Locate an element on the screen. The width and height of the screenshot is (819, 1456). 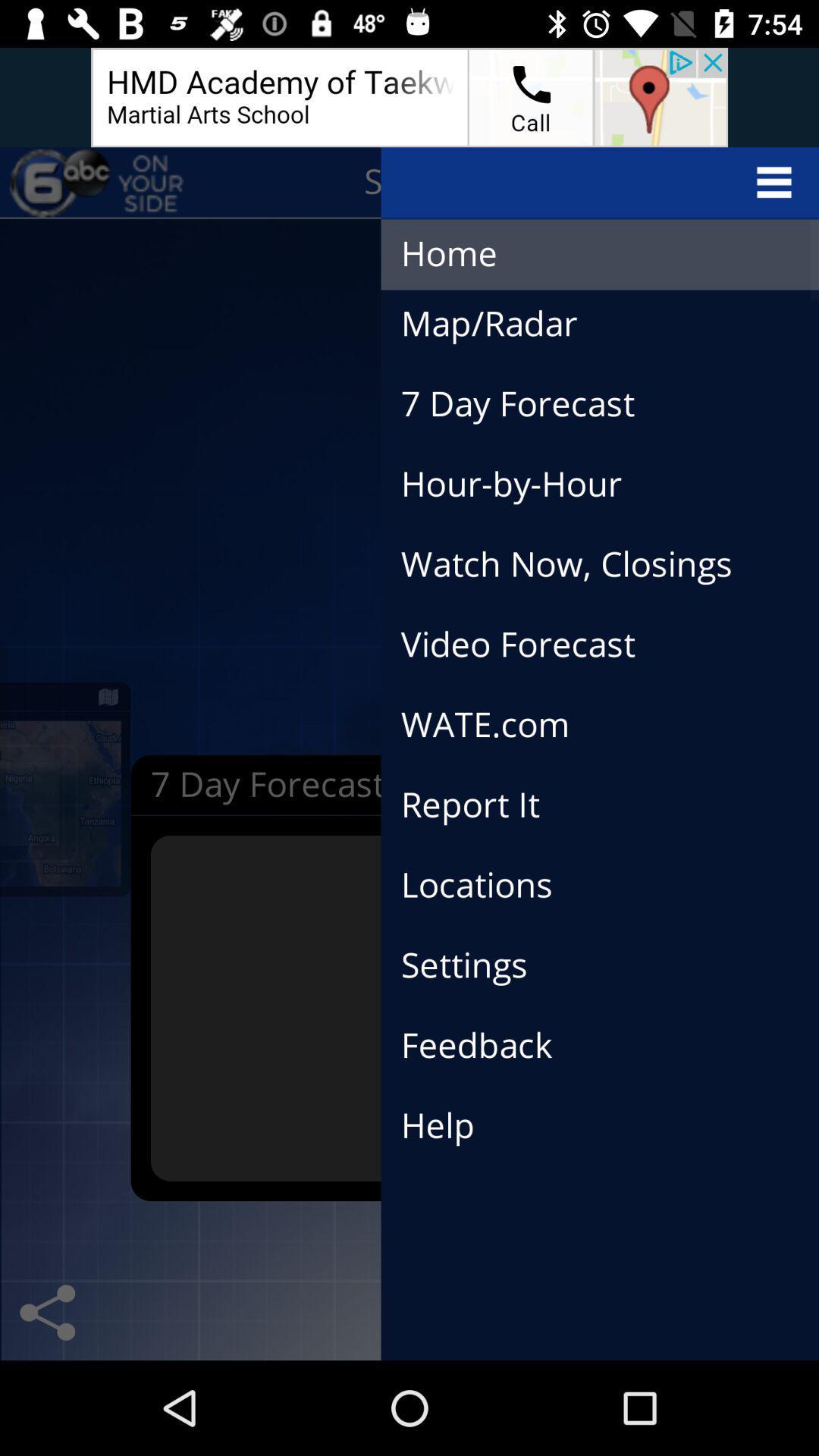
the share icon is located at coordinates (46, 1312).